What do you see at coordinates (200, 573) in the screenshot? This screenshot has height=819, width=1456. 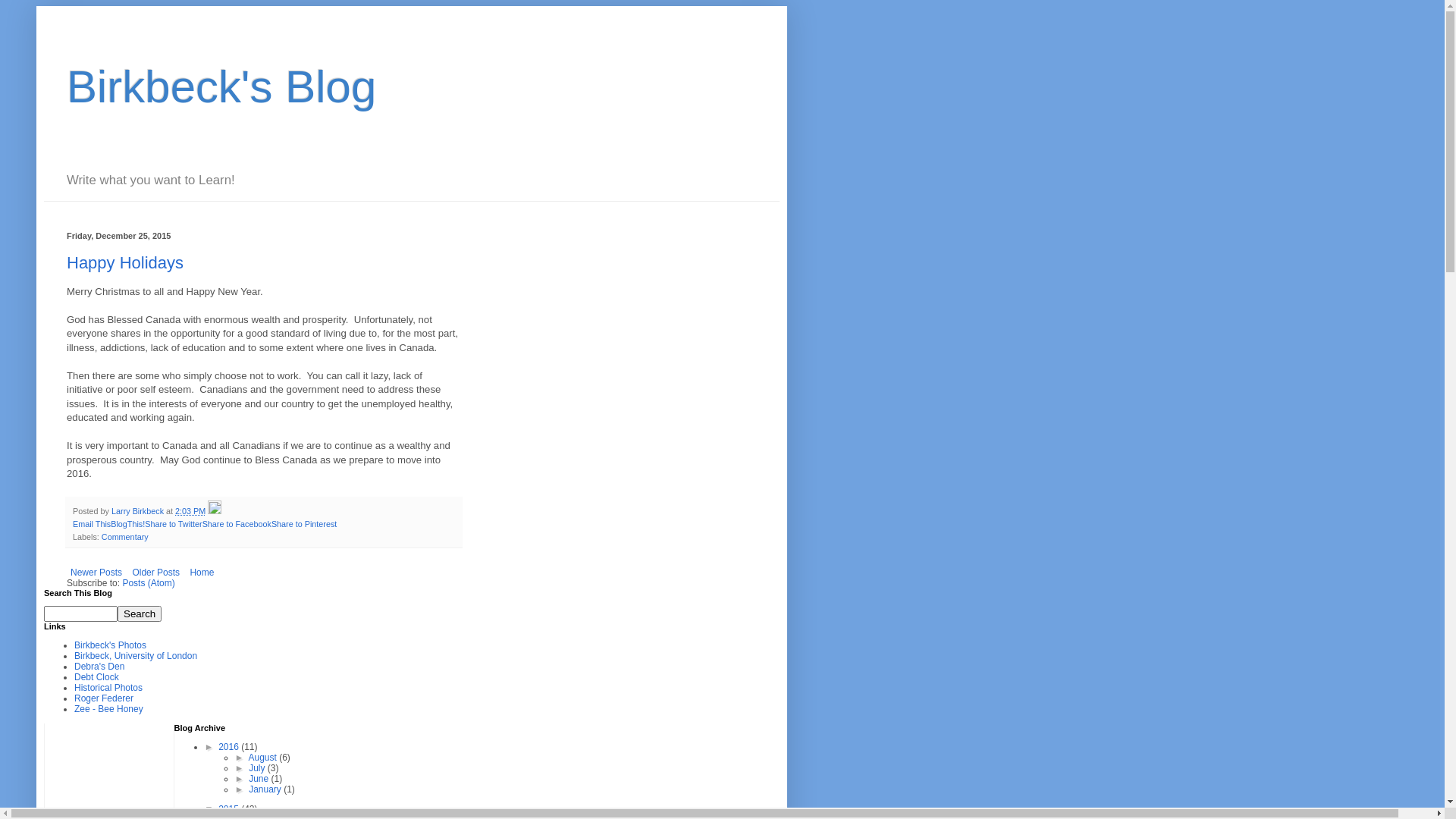 I see `'Home'` at bounding box center [200, 573].